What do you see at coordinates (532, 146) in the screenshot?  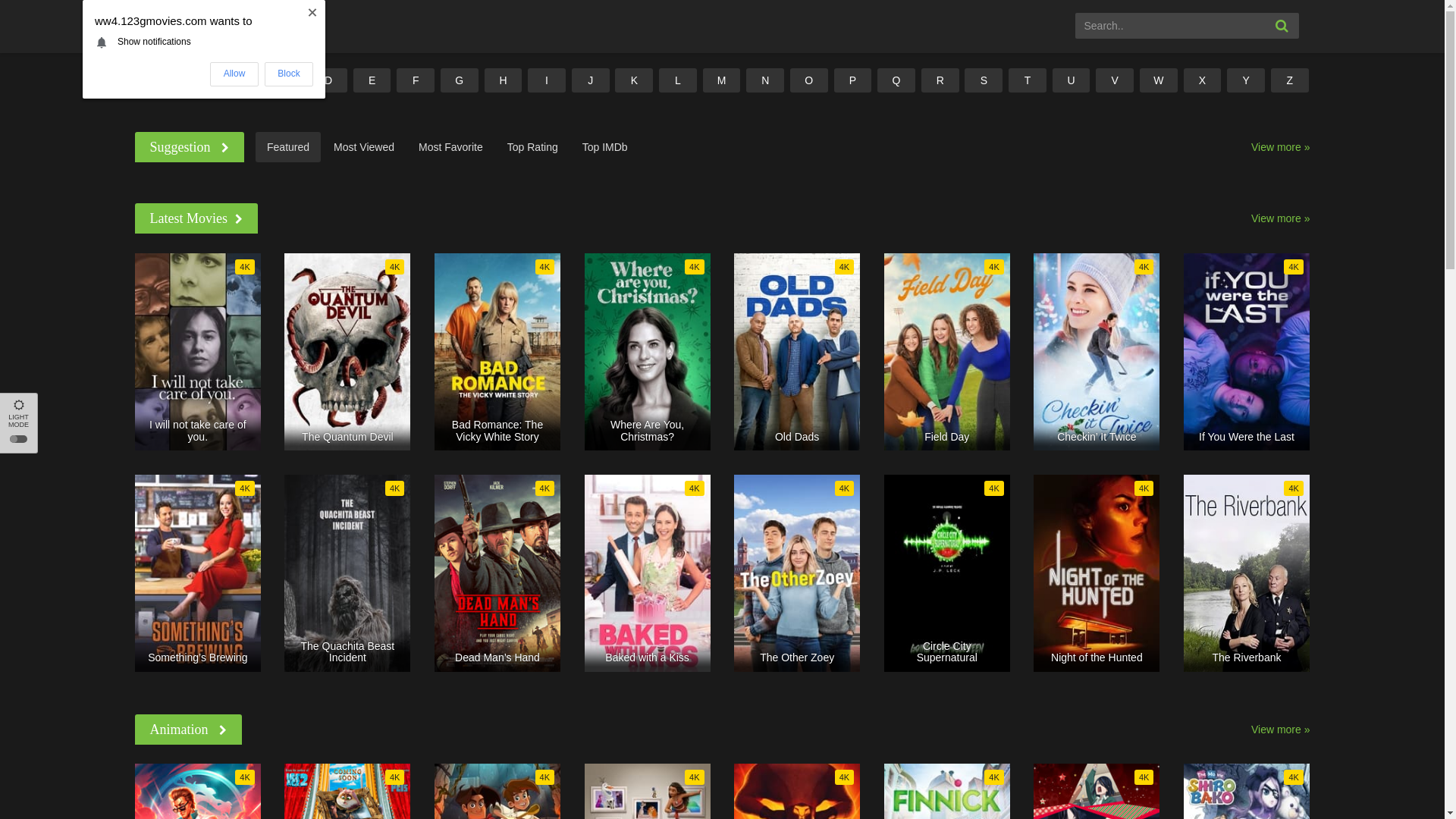 I see `'Top Rating'` at bounding box center [532, 146].